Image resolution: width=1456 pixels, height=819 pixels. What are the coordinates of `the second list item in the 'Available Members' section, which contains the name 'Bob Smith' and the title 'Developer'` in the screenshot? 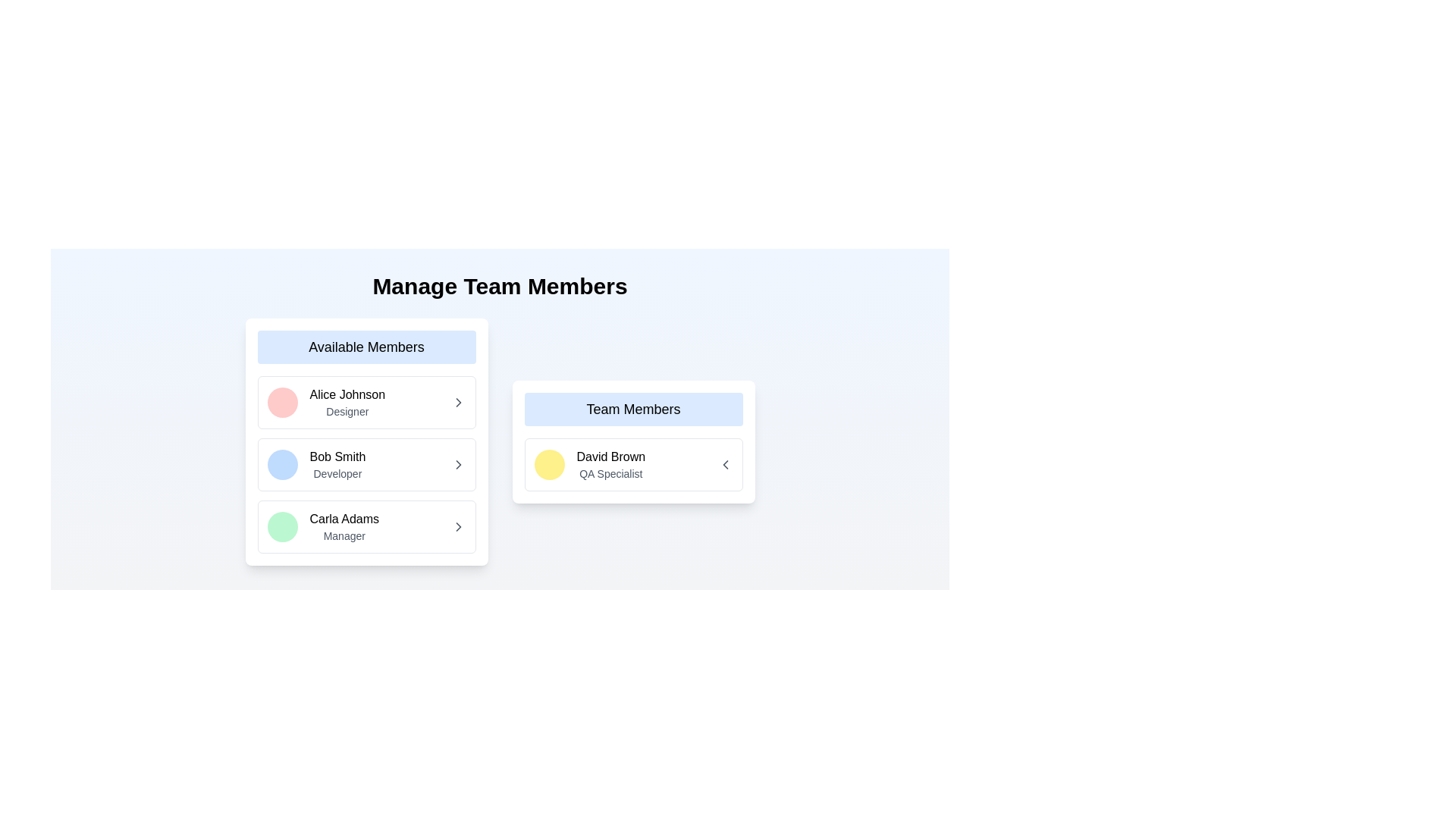 It's located at (366, 464).